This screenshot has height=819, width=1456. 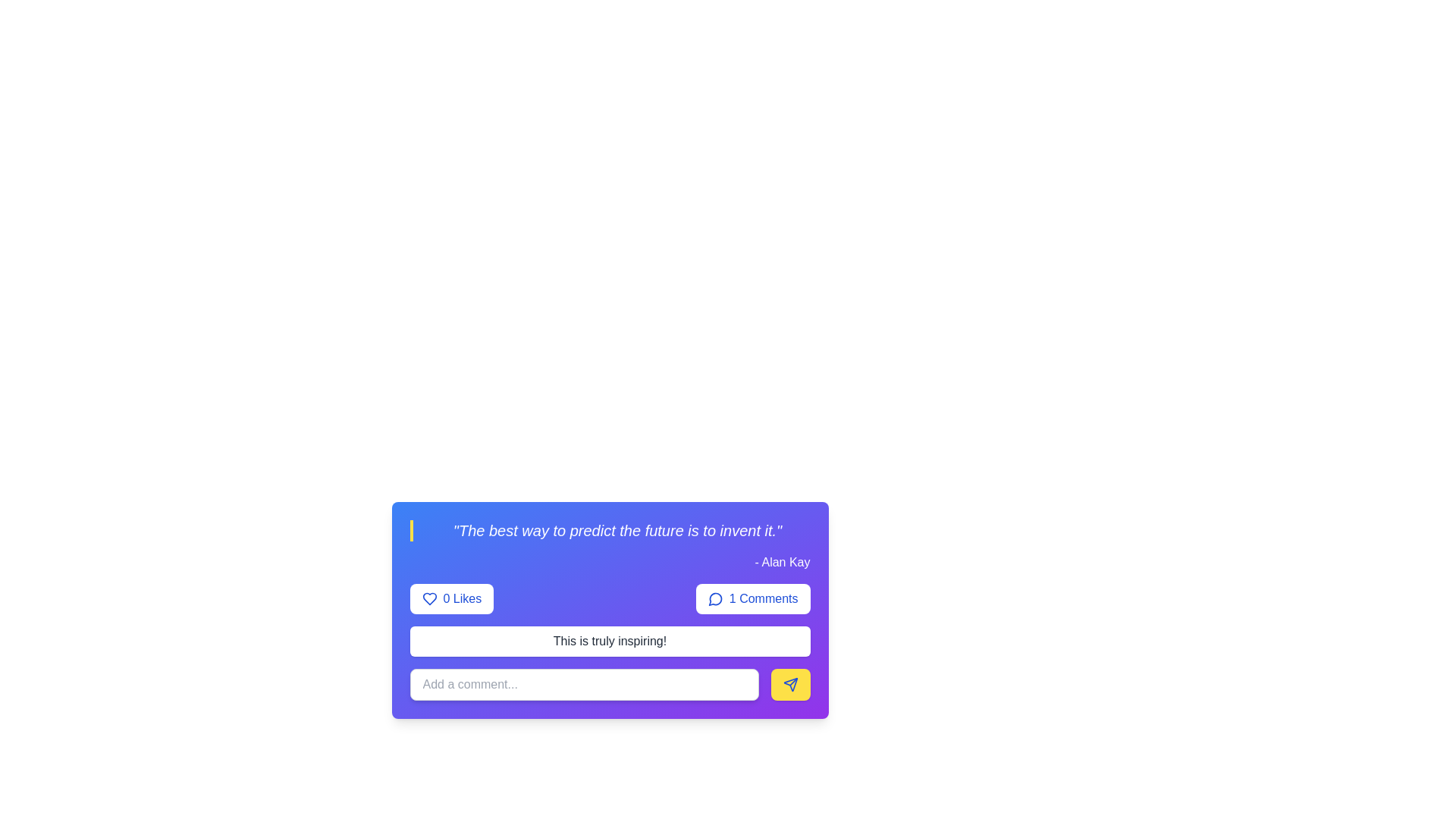 I want to click on the send icon located within the yellow circular button at the bottom-right corner of the purple card to confirm or send the user input, so click(x=789, y=684).